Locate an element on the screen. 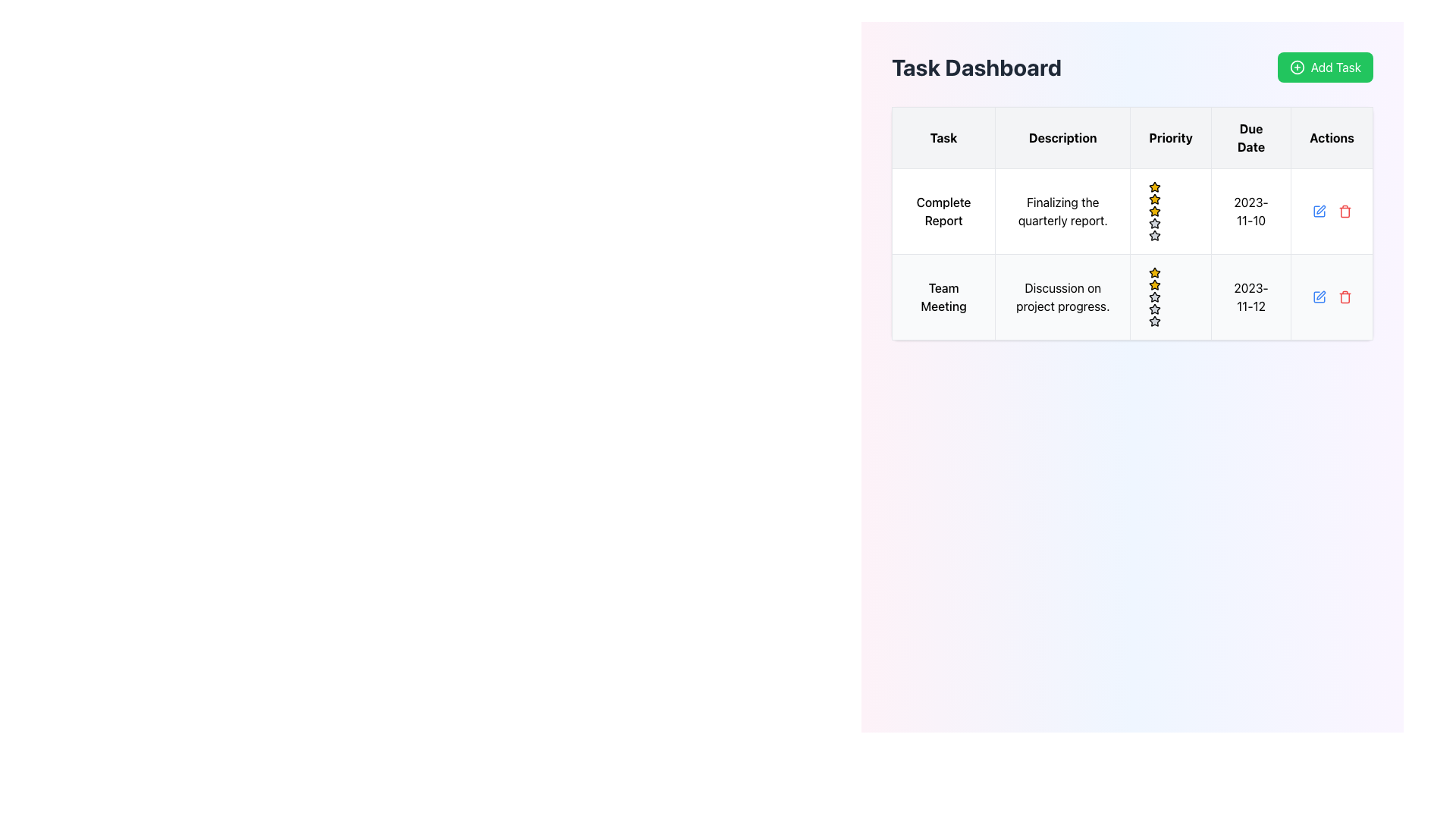  the first star icon is located at coordinates (1153, 198).